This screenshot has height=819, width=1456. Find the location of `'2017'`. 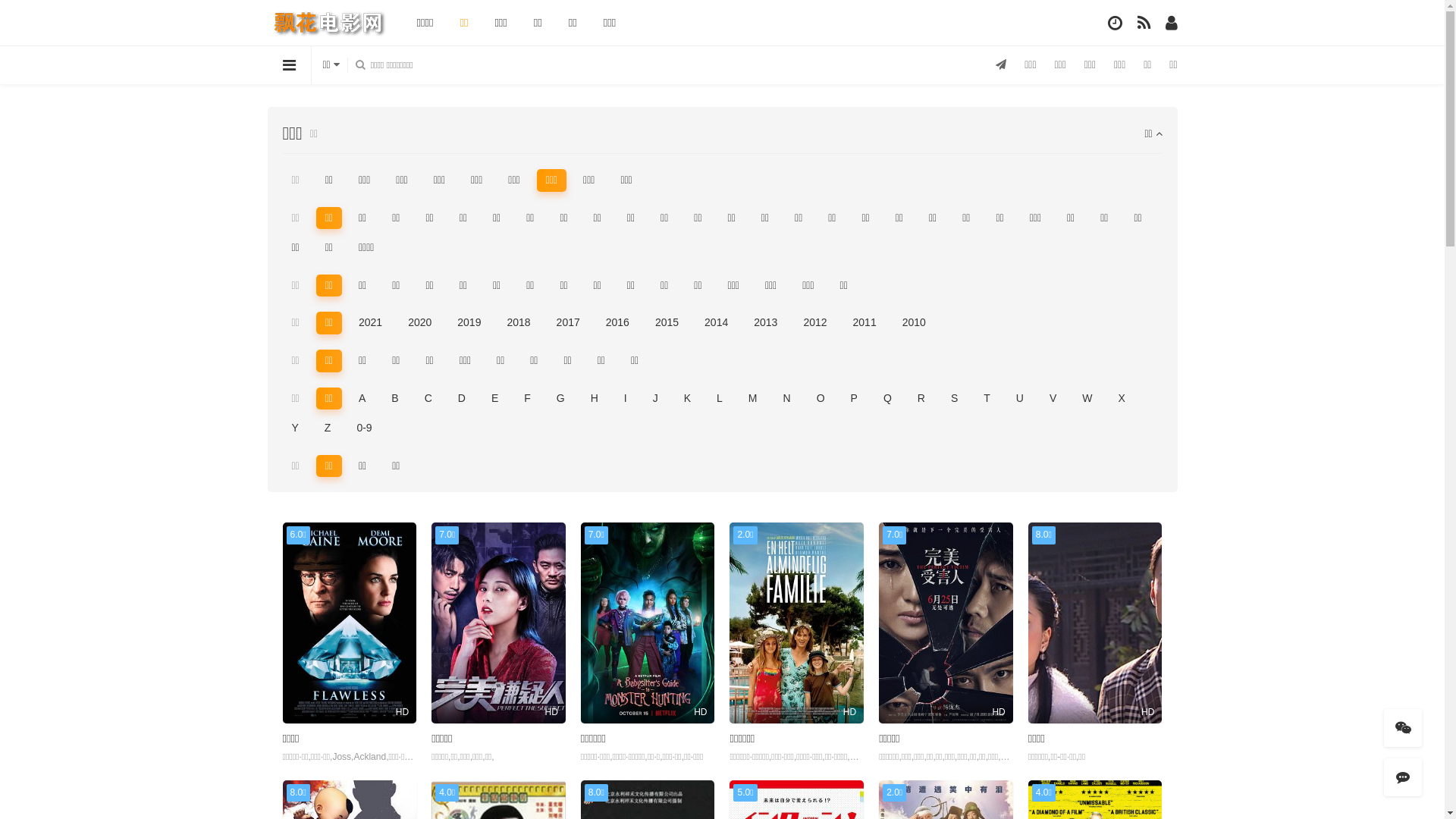

'2017' is located at coordinates (546, 322).